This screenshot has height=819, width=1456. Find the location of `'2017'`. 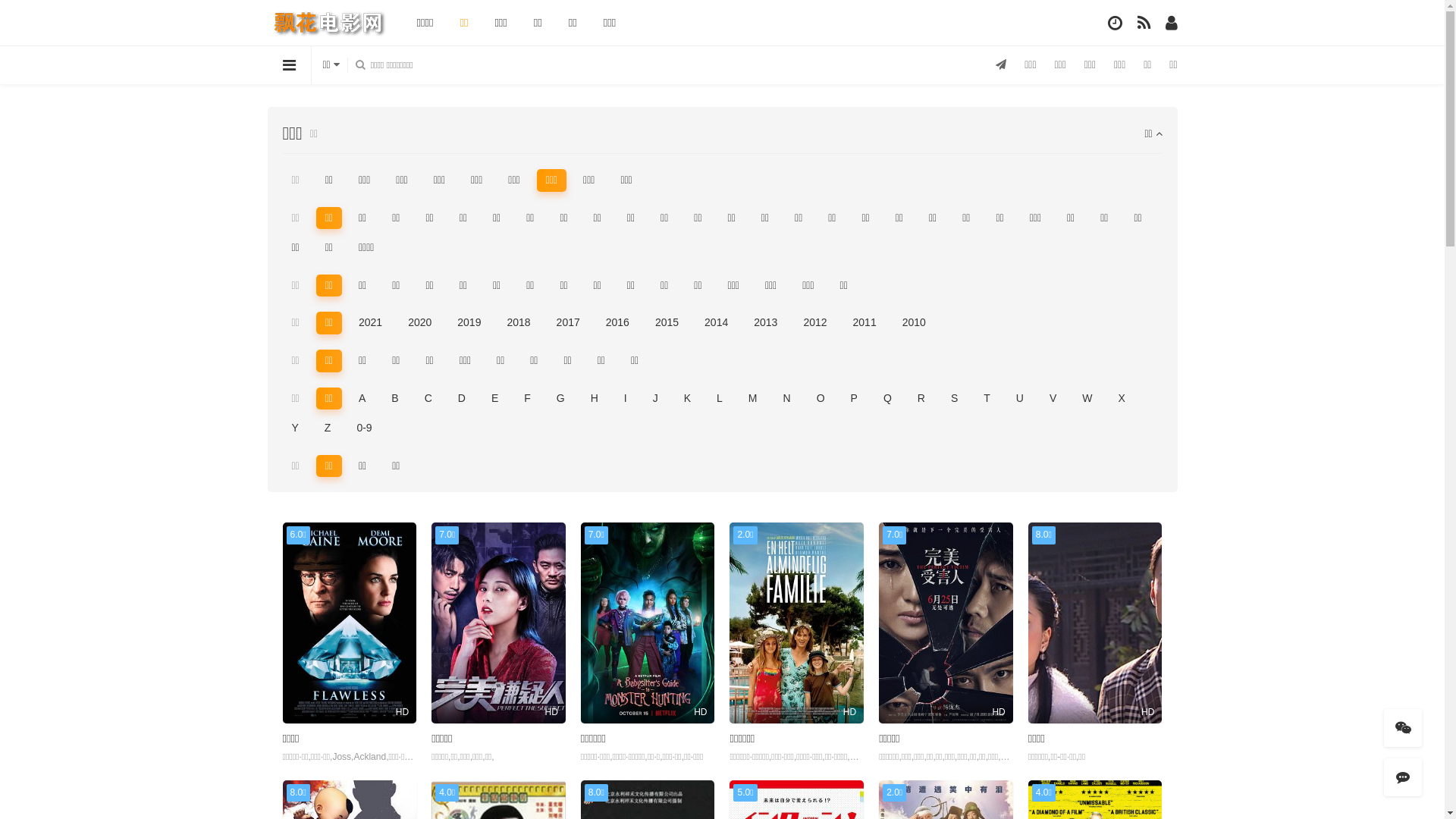

'2017' is located at coordinates (546, 322).